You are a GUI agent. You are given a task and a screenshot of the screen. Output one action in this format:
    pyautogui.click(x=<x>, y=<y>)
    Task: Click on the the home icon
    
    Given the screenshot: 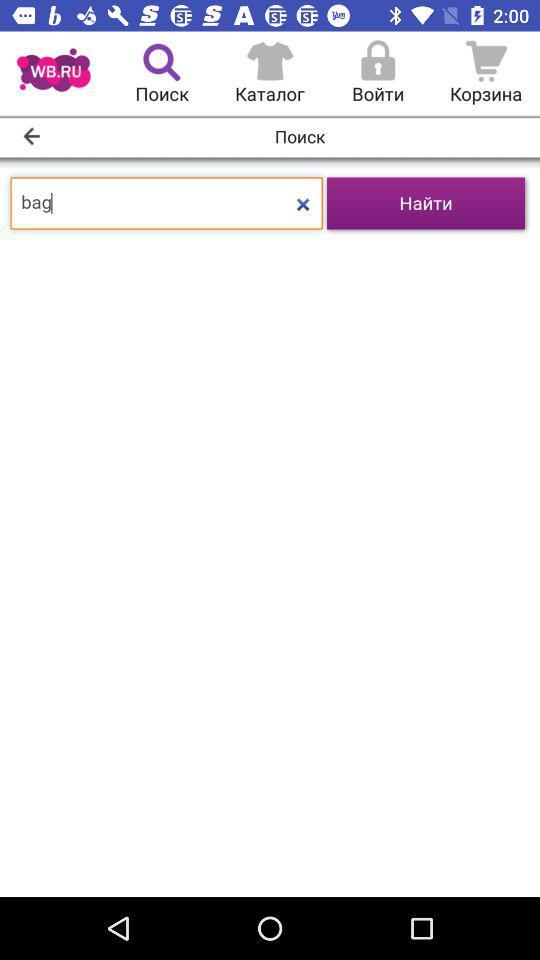 What is the action you would take?
    pyautogui.click(x=270, y=73)
    